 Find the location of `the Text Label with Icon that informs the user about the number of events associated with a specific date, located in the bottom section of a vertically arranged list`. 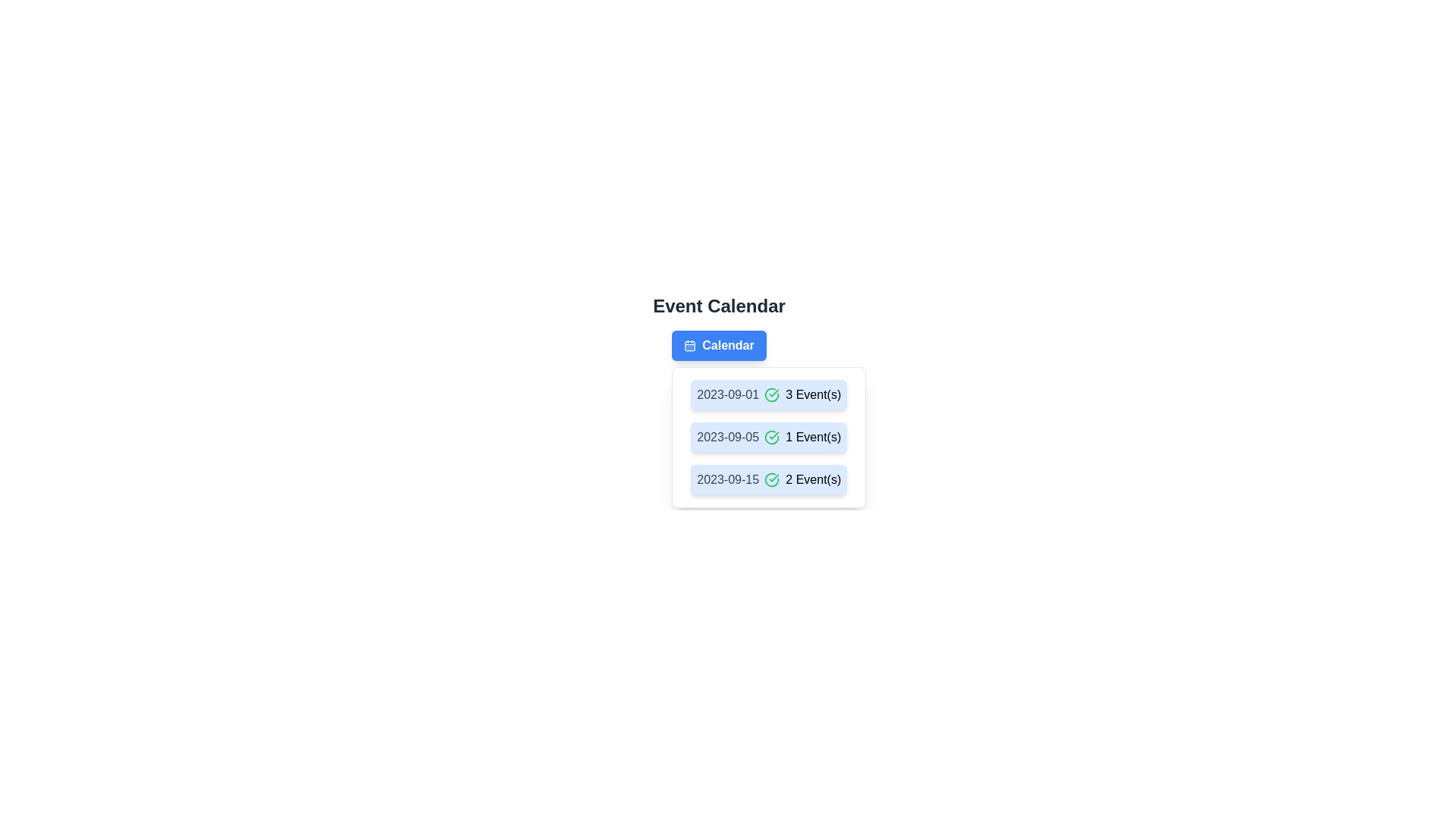

the Text Label with Icon that informs the user about the number of events associated with a specific date, located in the bottom section of a vertically arranged list is located at coordinates (802, 479).